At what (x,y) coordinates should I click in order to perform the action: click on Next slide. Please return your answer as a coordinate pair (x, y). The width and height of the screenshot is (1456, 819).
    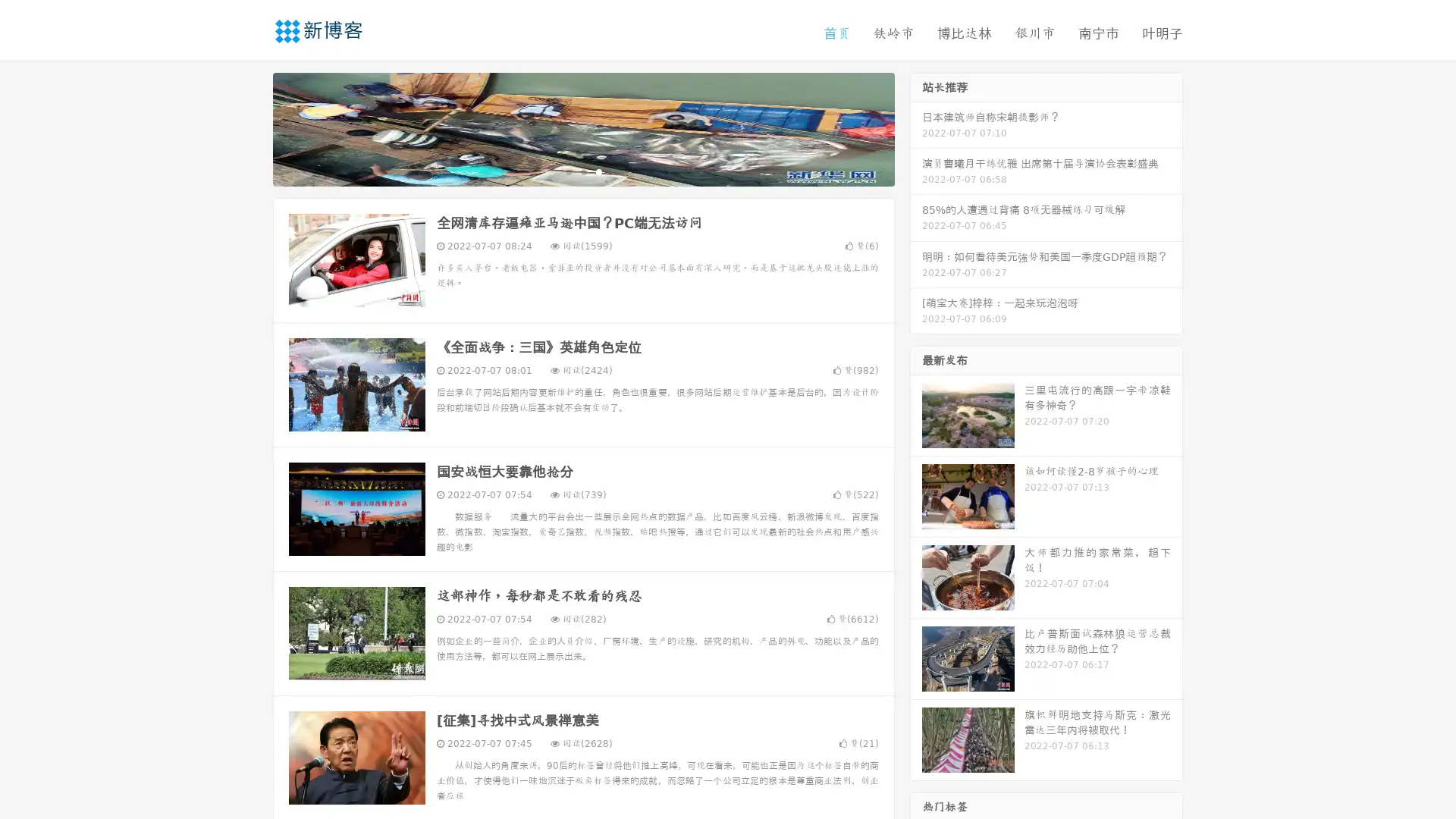
    Looking at the image, I should click on (916, 127).